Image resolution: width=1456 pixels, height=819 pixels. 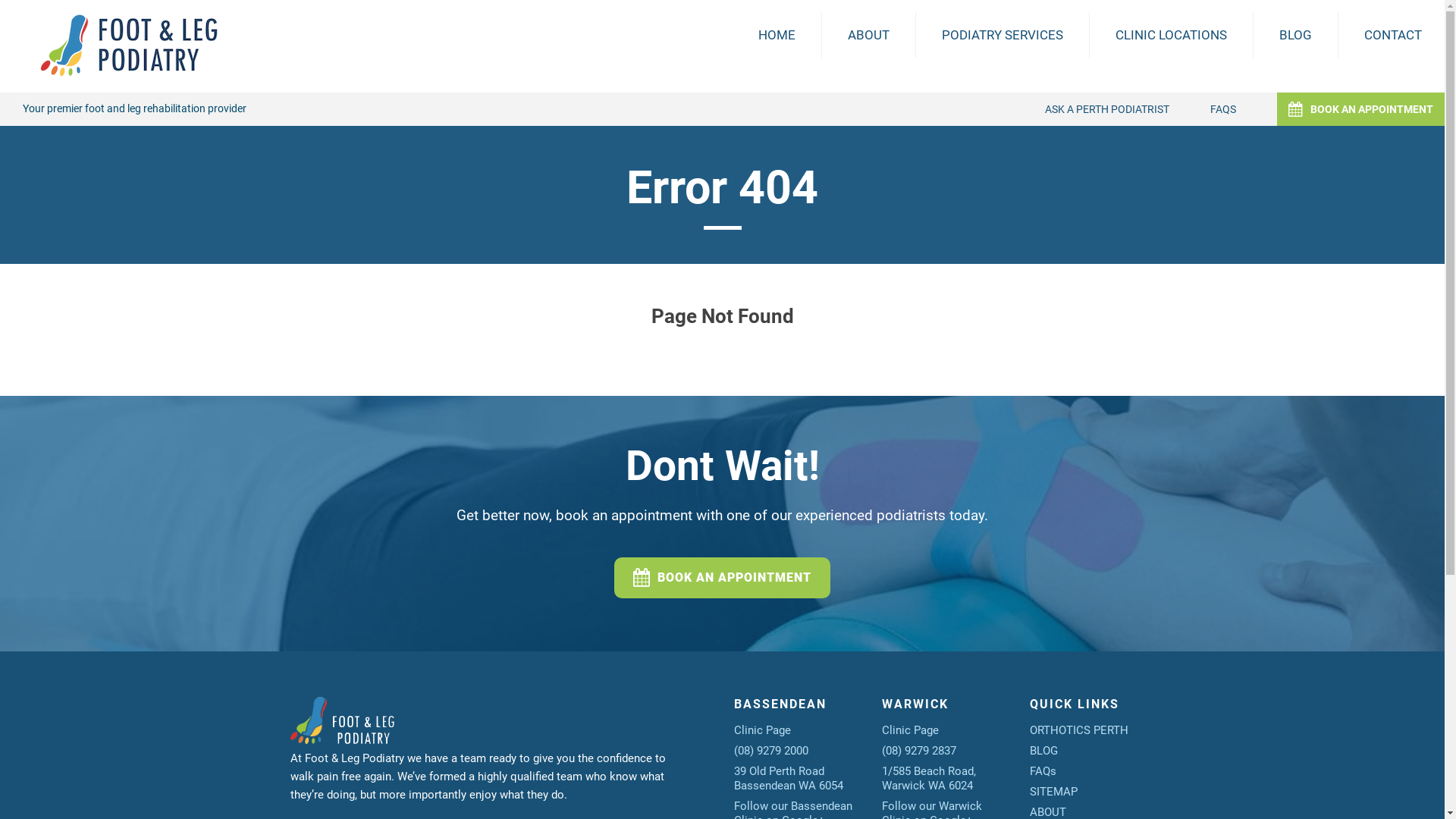 What do you see at coordinates (1042, 771) in the screenshot?
I see `'FAQs'` at bounding box center [1042, 771].